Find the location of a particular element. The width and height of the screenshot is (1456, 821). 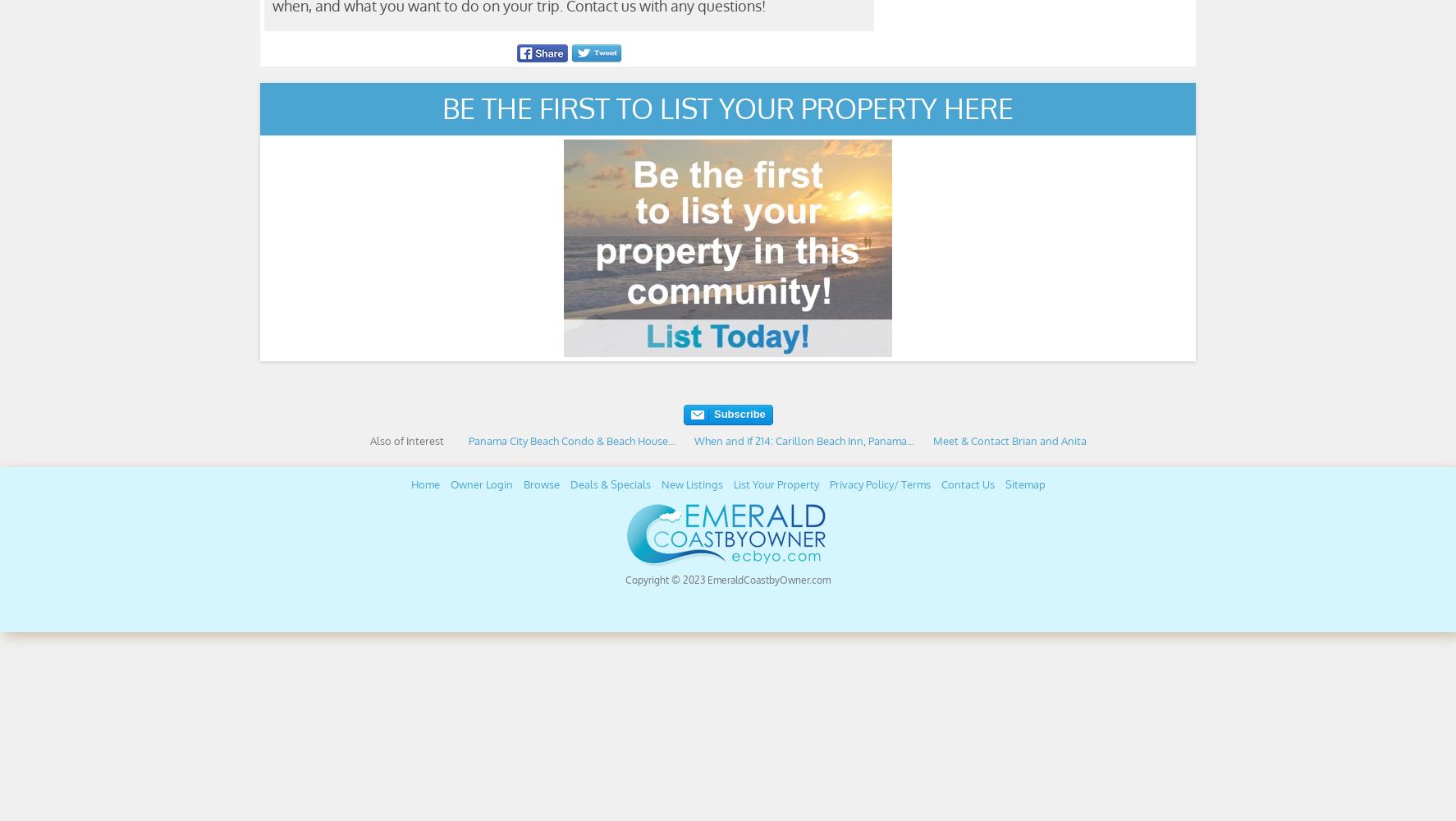

'List Your Property' is located at coordinates (732, 484).